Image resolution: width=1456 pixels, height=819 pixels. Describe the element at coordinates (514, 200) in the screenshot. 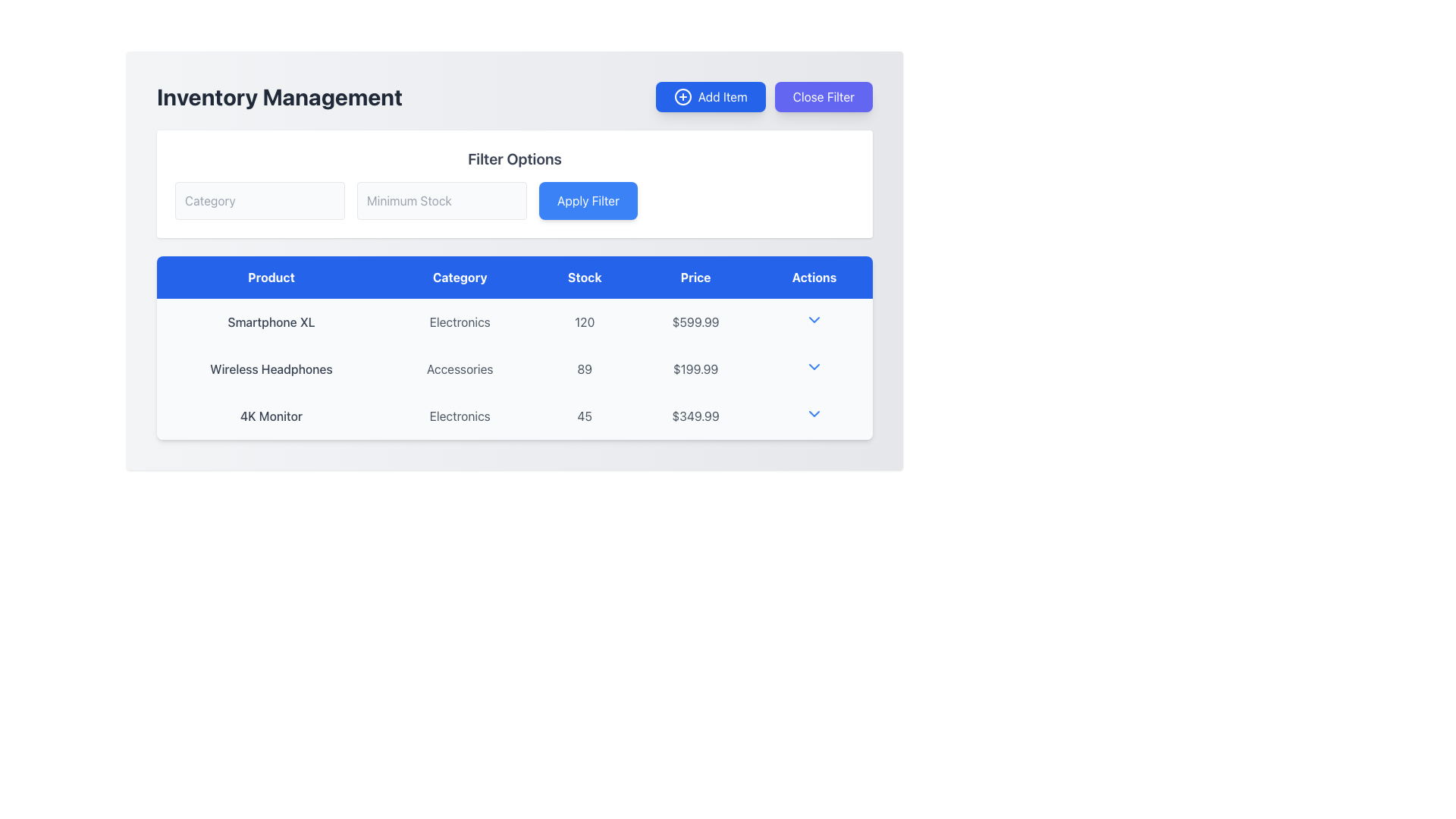

I see `the filter button located to the right of the 'Minimum Stock' input field` at that location.